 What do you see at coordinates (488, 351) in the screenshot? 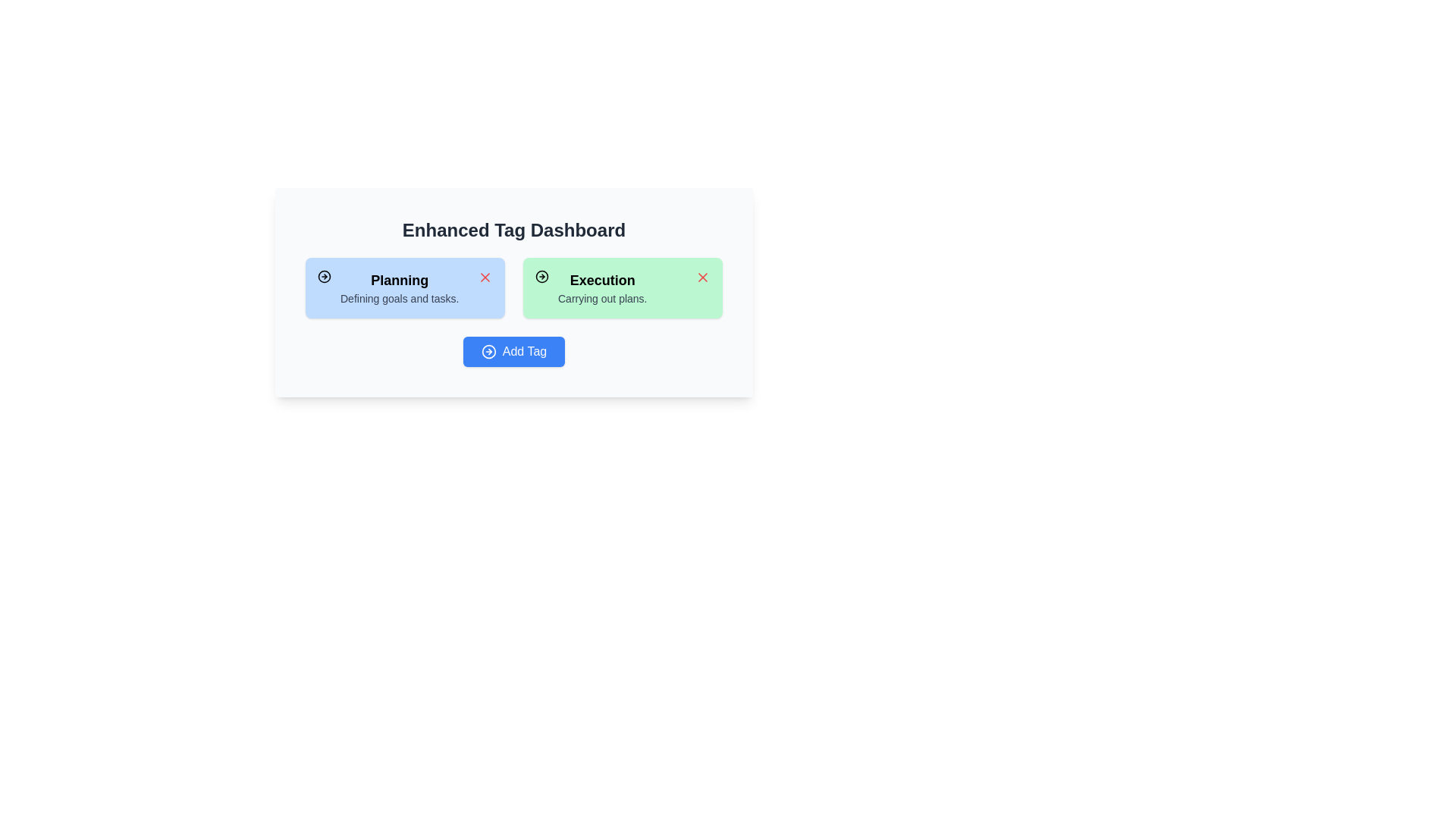
I see `the blue and white circular icon with a rightward arrow inside it, located within the 'Add Tag' button beneath the 'Enhanced Tag Dashboard' header` at bounding box center [488, 351].